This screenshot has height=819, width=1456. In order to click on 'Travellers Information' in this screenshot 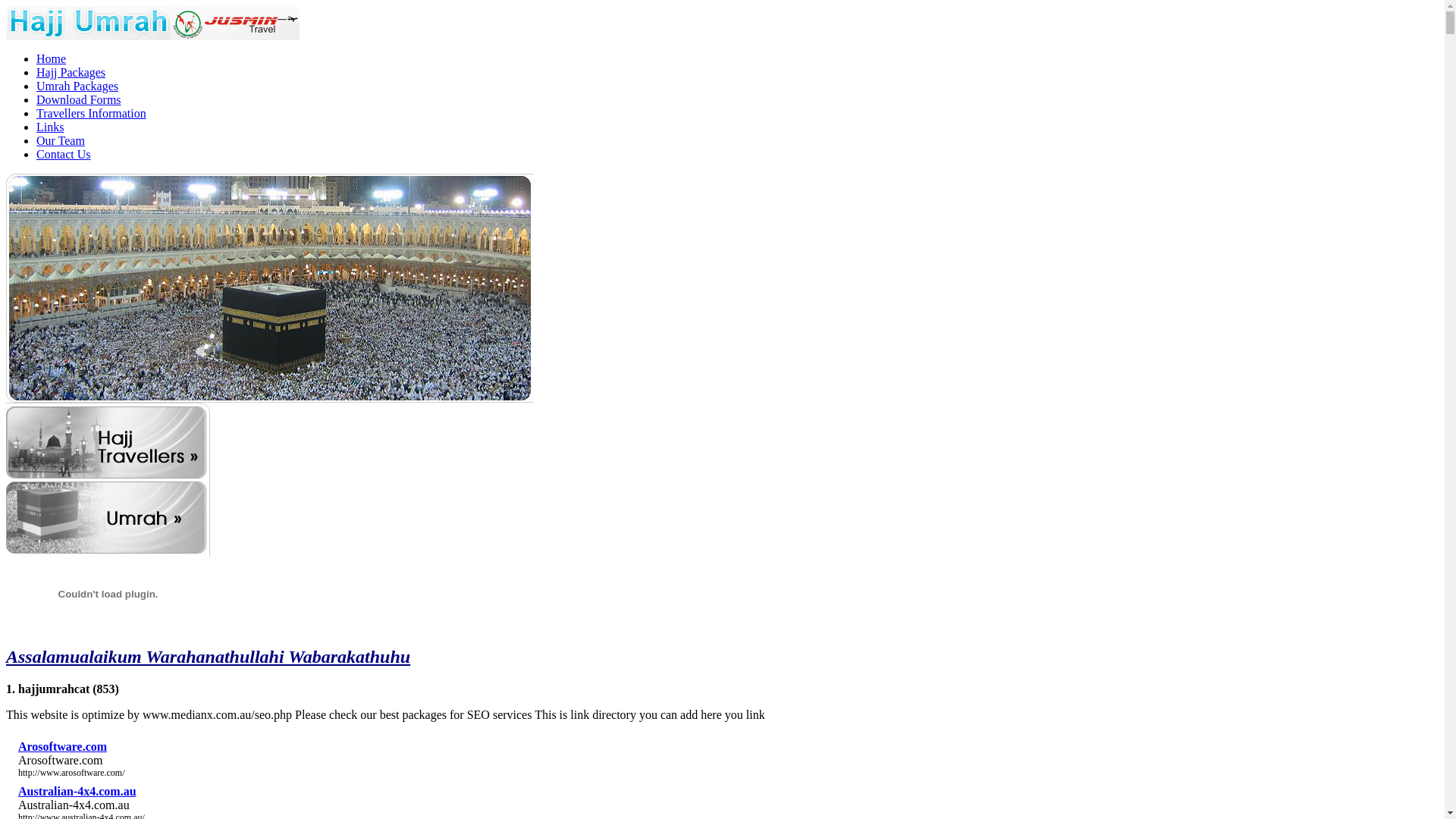, I will do `click(90, 112)`.